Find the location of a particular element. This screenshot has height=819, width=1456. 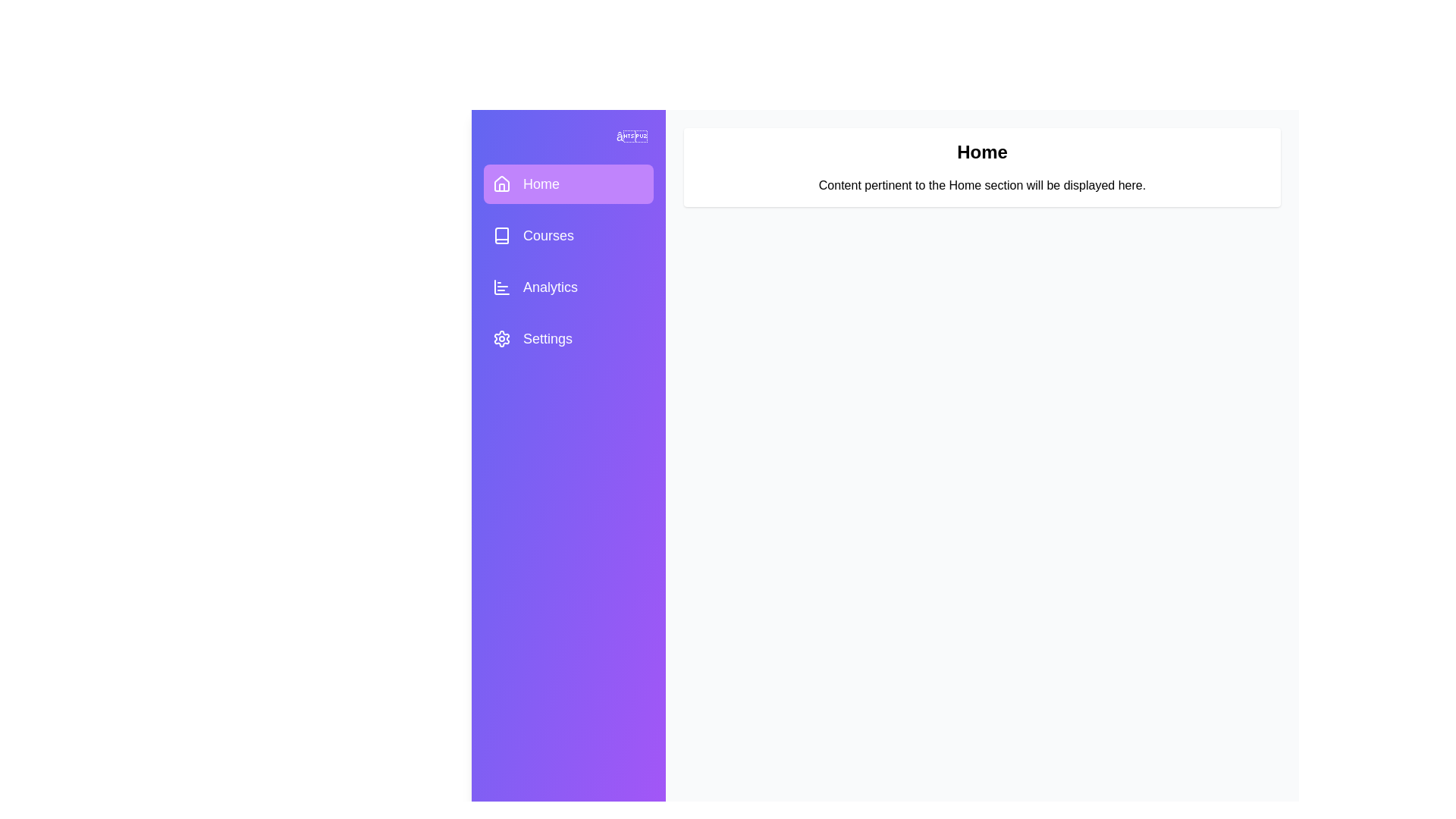

the Home tab to view its content is located at coordinates (567, 184).